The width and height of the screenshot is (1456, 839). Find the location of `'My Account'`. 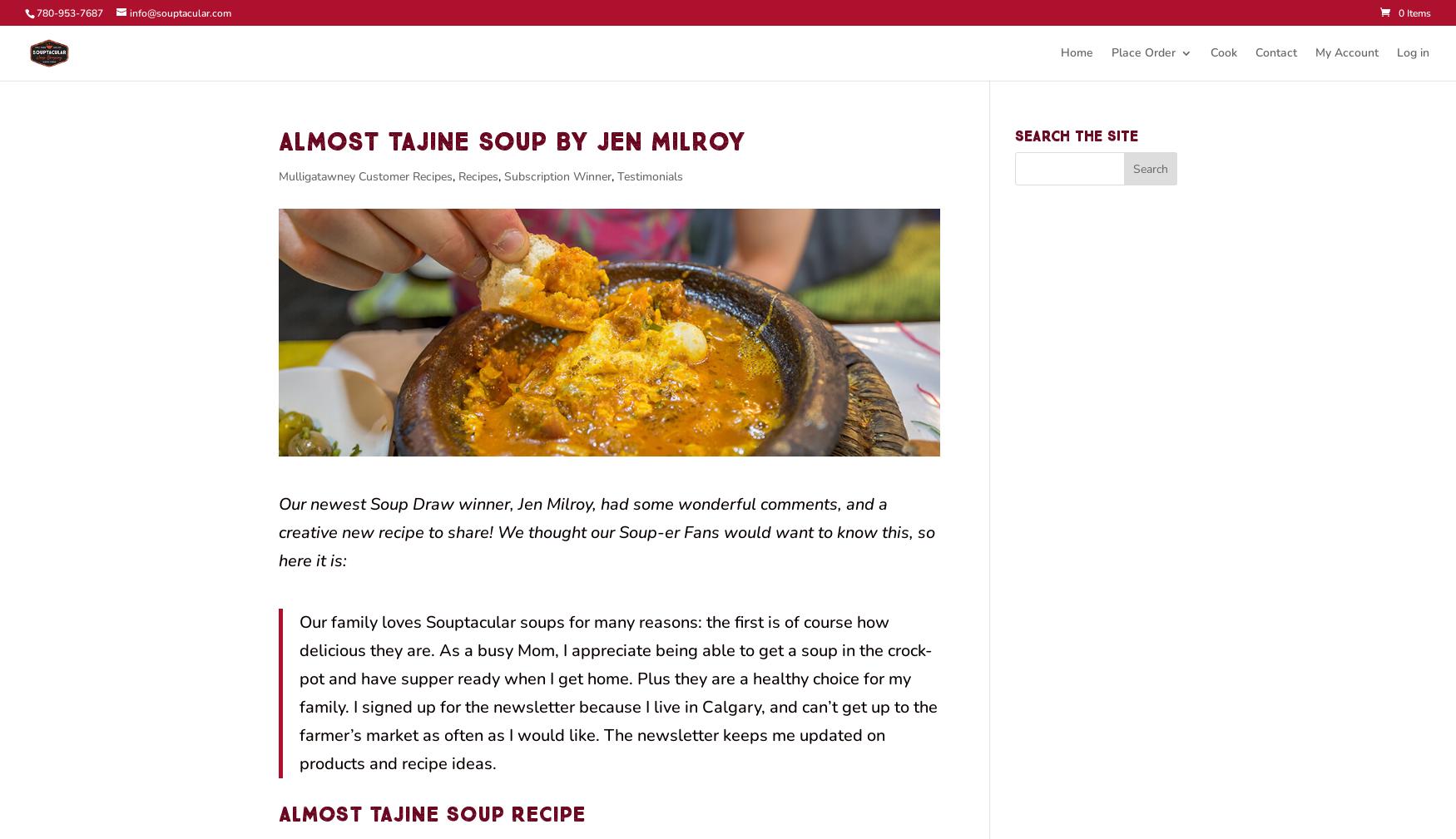

'My Account' is located at coordinates (1346, 52).